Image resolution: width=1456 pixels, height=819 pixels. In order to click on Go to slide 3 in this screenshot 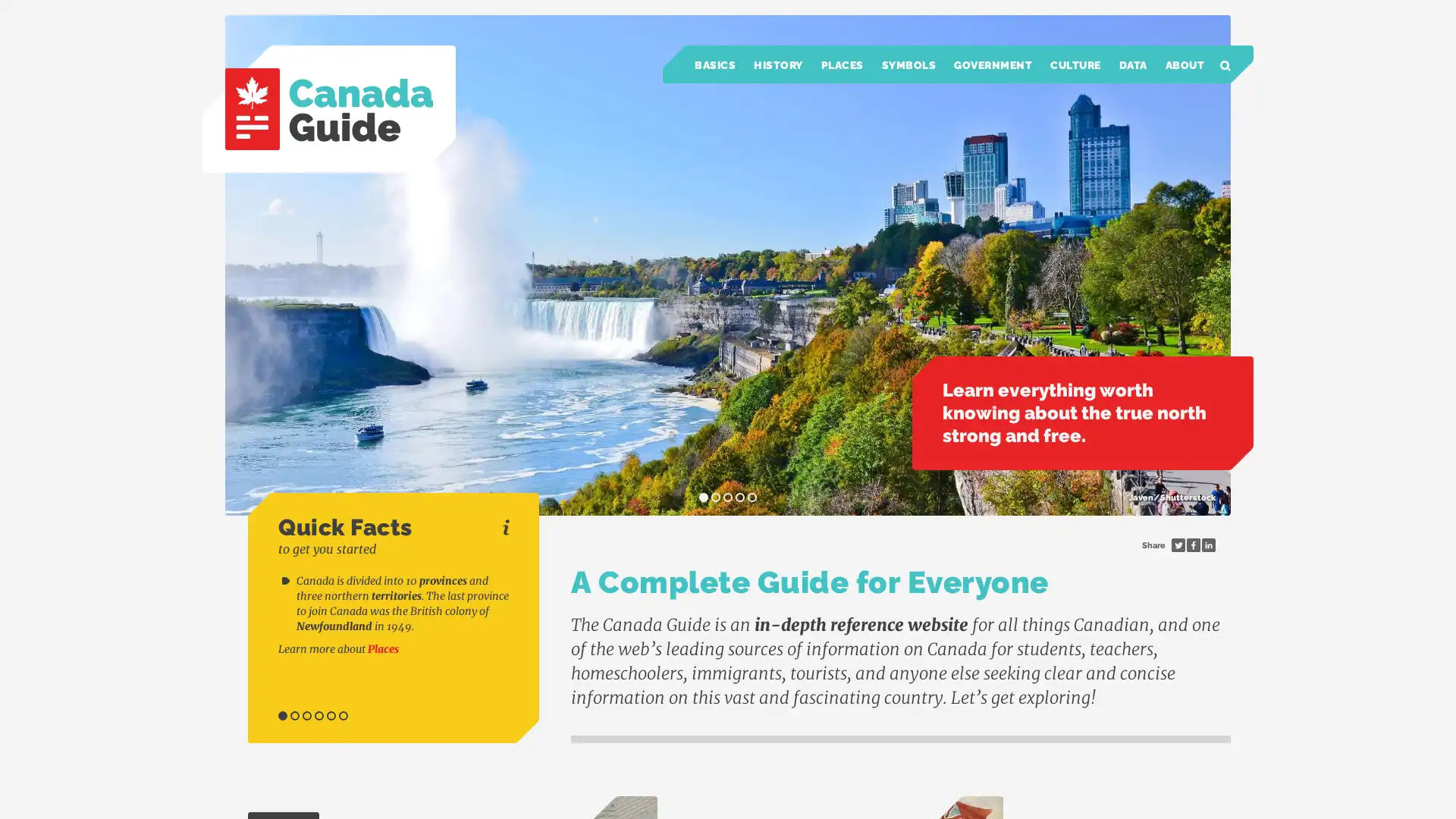, I will do `click(306, 716)`.